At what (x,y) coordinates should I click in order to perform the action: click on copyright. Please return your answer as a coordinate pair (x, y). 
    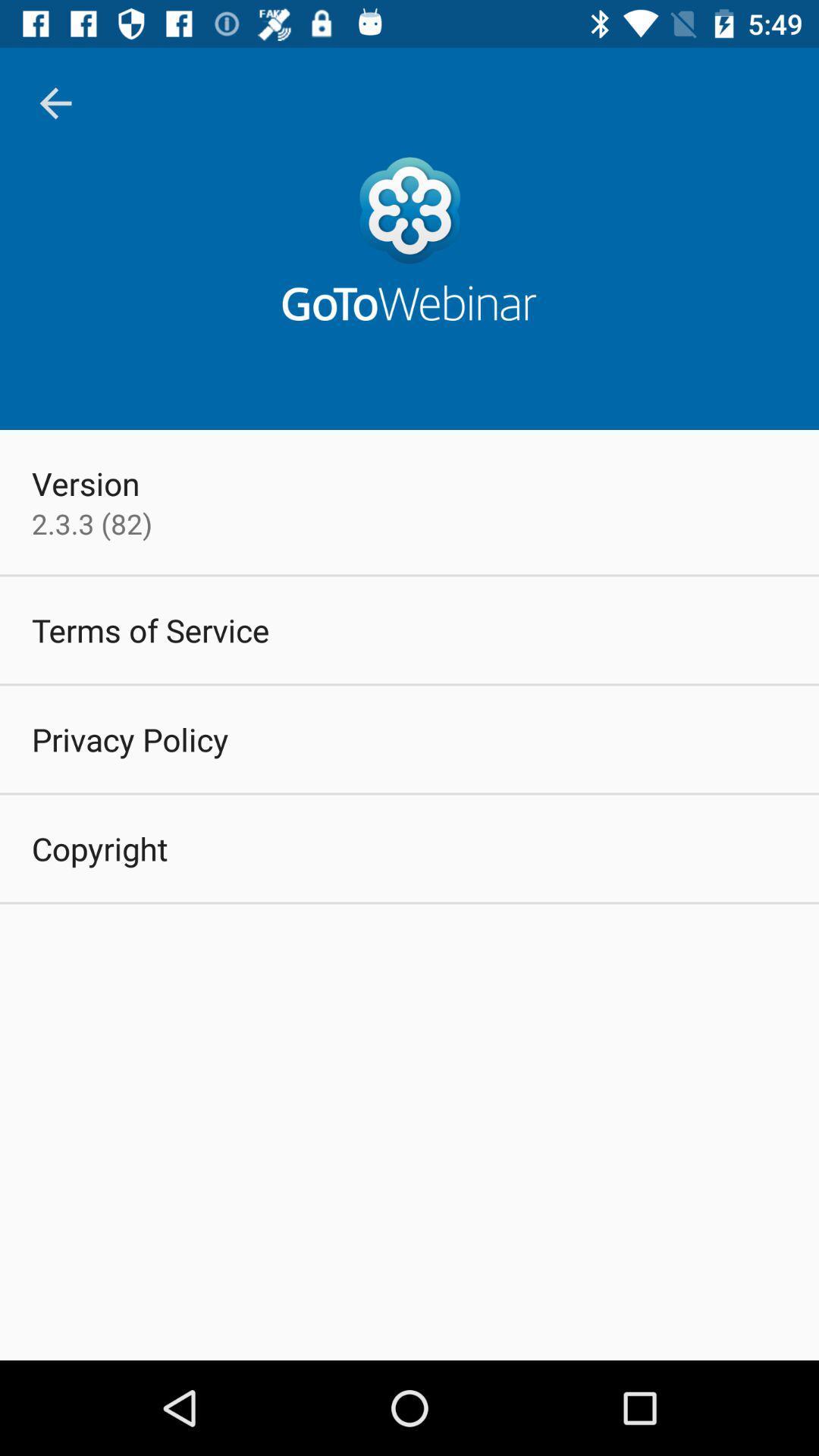
    Looking at the image, I should click on (99, 847).